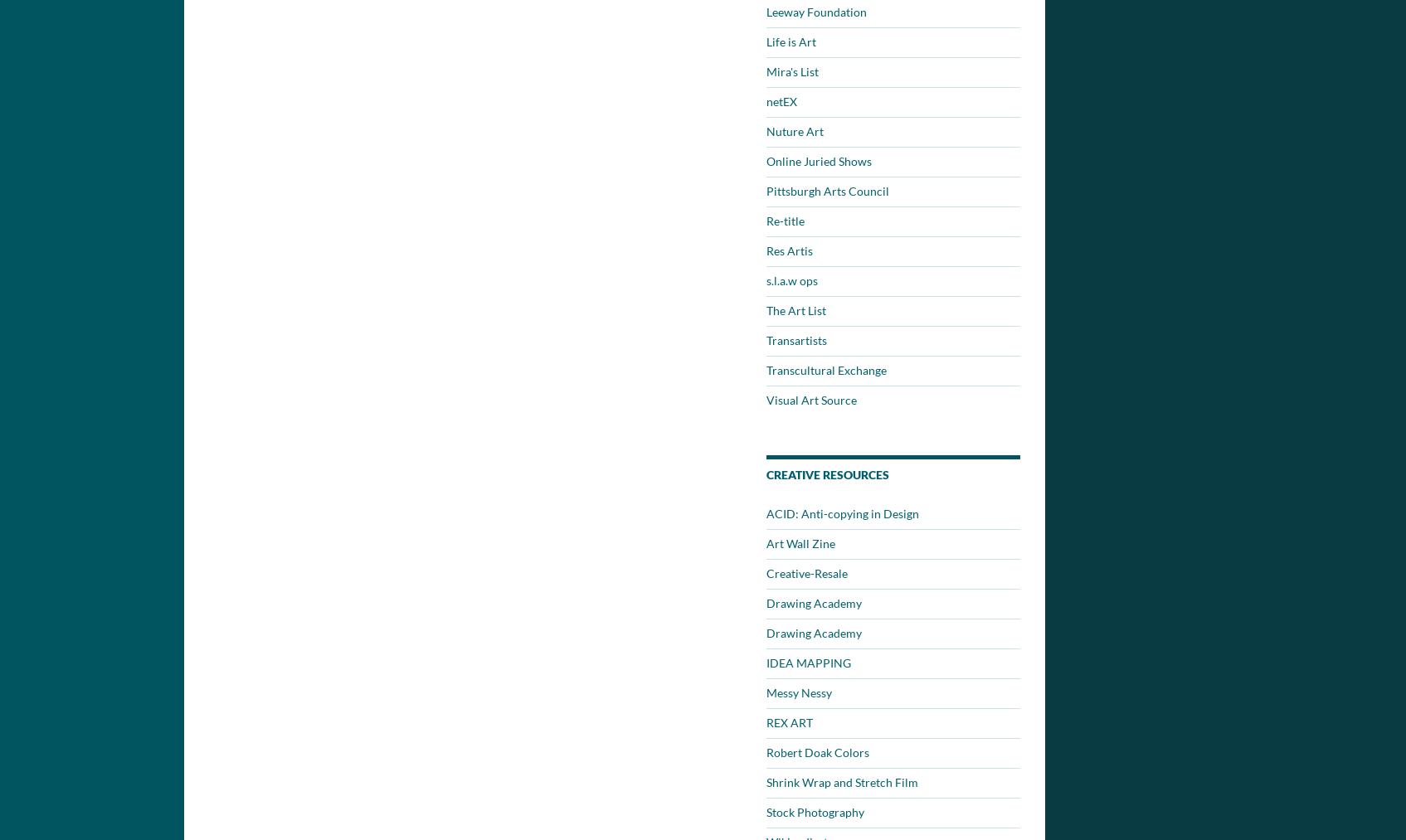 The width and height of the screenshot is (1406, 840). What do you see at coordinates (766, 280) in the screenshot?
I see `'s.l.a.w ops'` at bounding box center [766, 280].